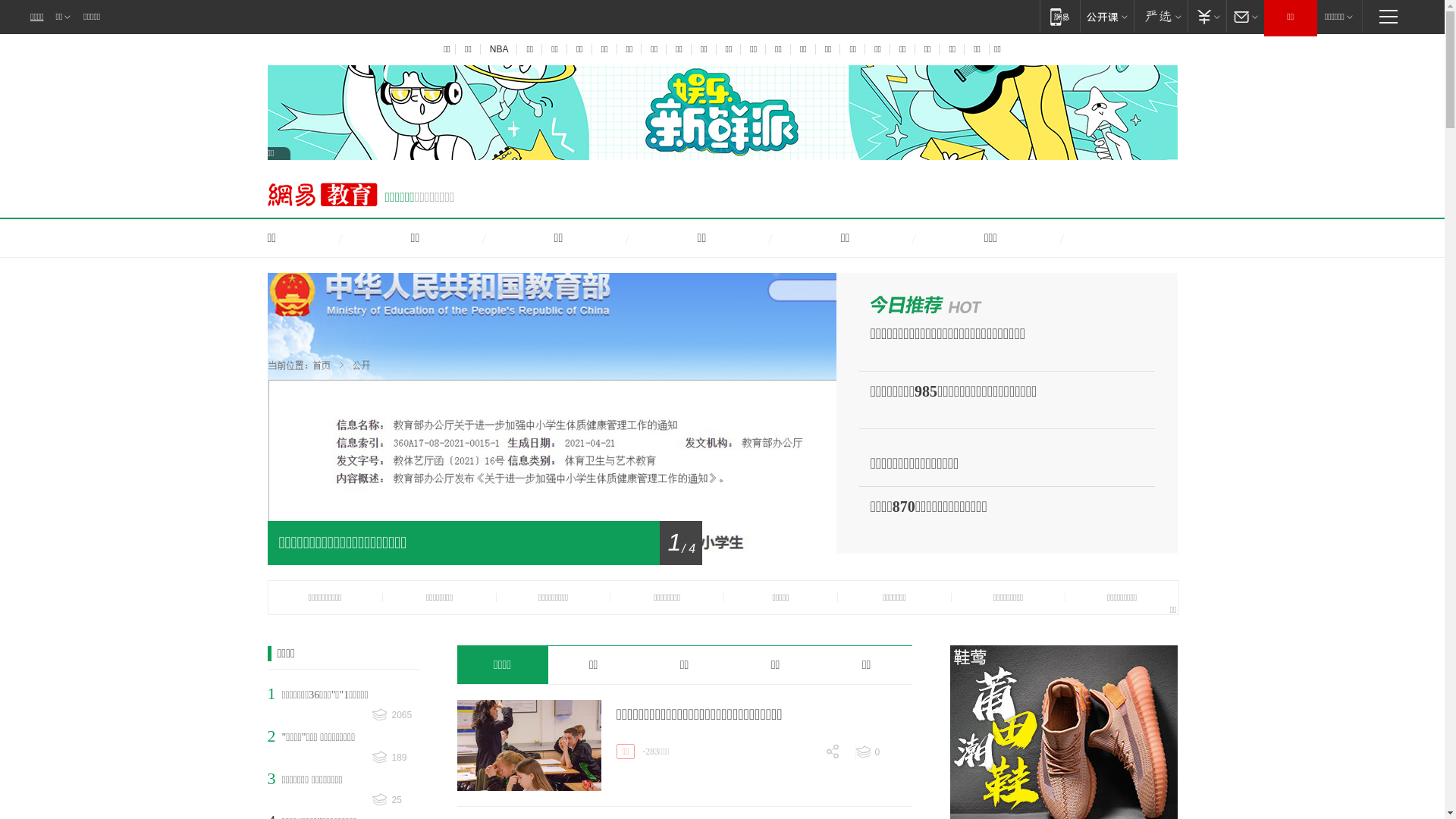 The image size is (1456, 819). What do you see at coordinates (395, 799) in the screenshot?
I see `'25'` at bounding box center [395, 799].